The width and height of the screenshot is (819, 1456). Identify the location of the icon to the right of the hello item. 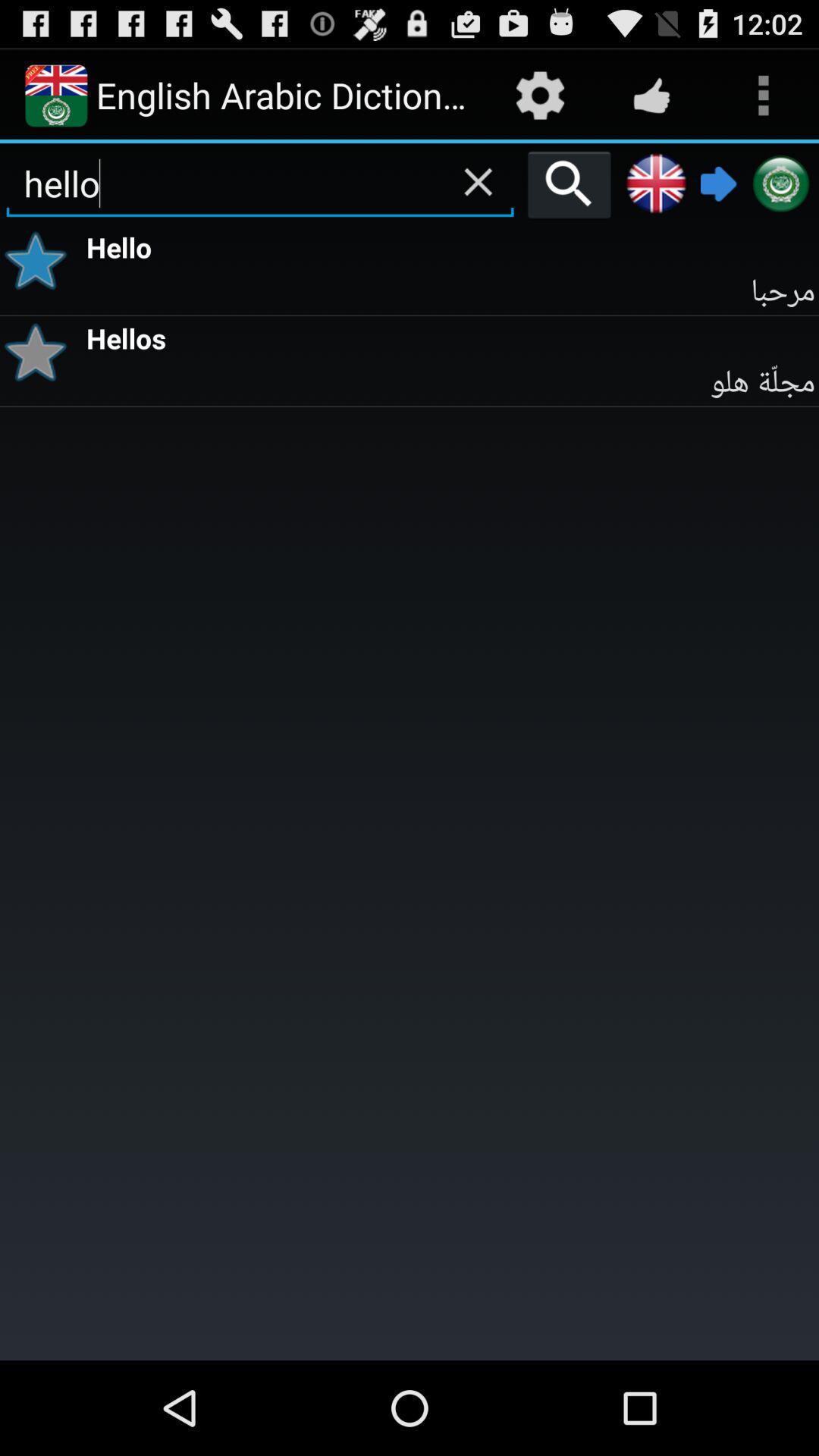
(569, 184).